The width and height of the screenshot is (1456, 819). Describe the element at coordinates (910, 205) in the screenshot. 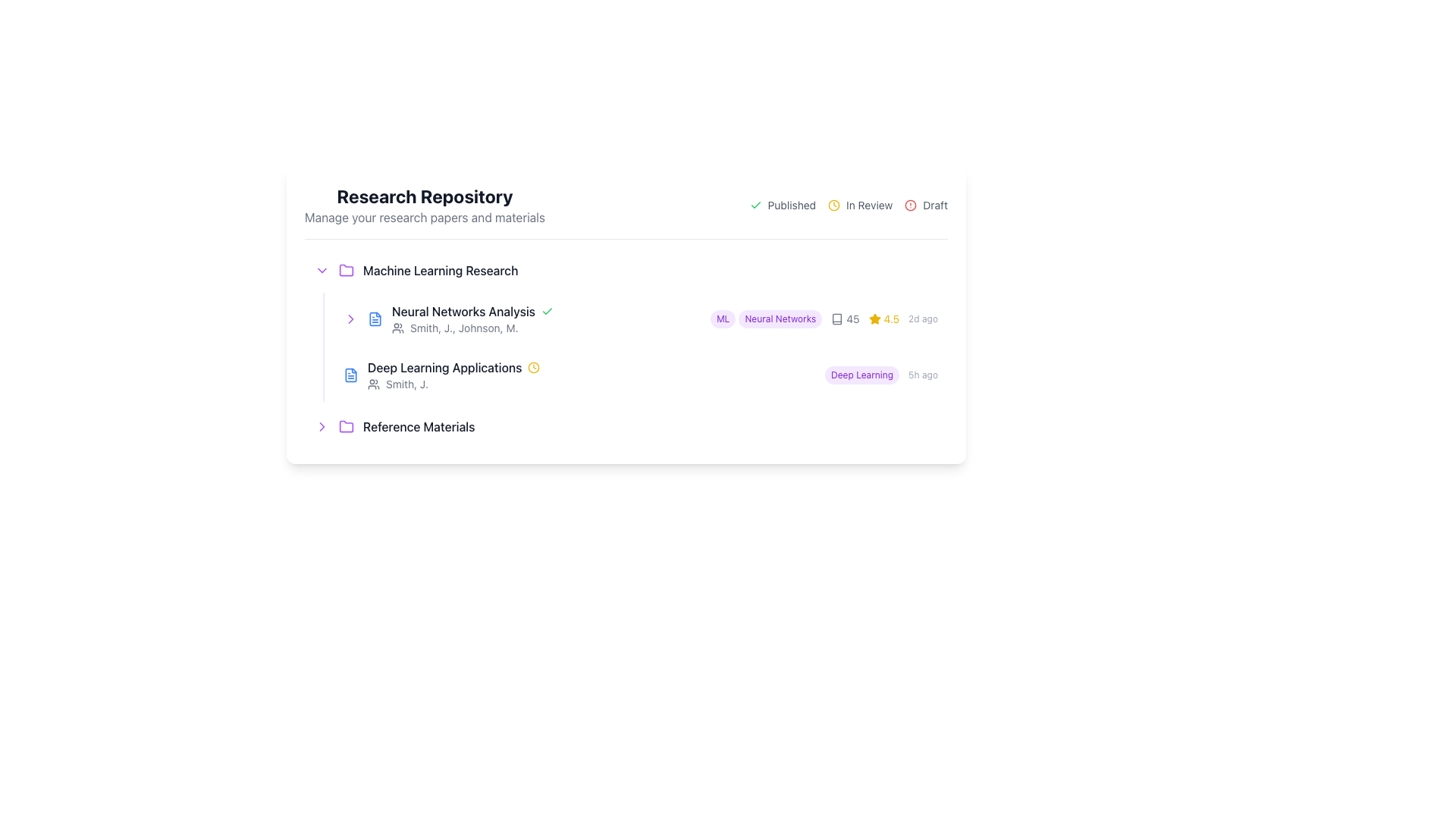

I see `the circular icon with a red border that is located next to the 'Draft' text in the top-right section of the interface` at that location.